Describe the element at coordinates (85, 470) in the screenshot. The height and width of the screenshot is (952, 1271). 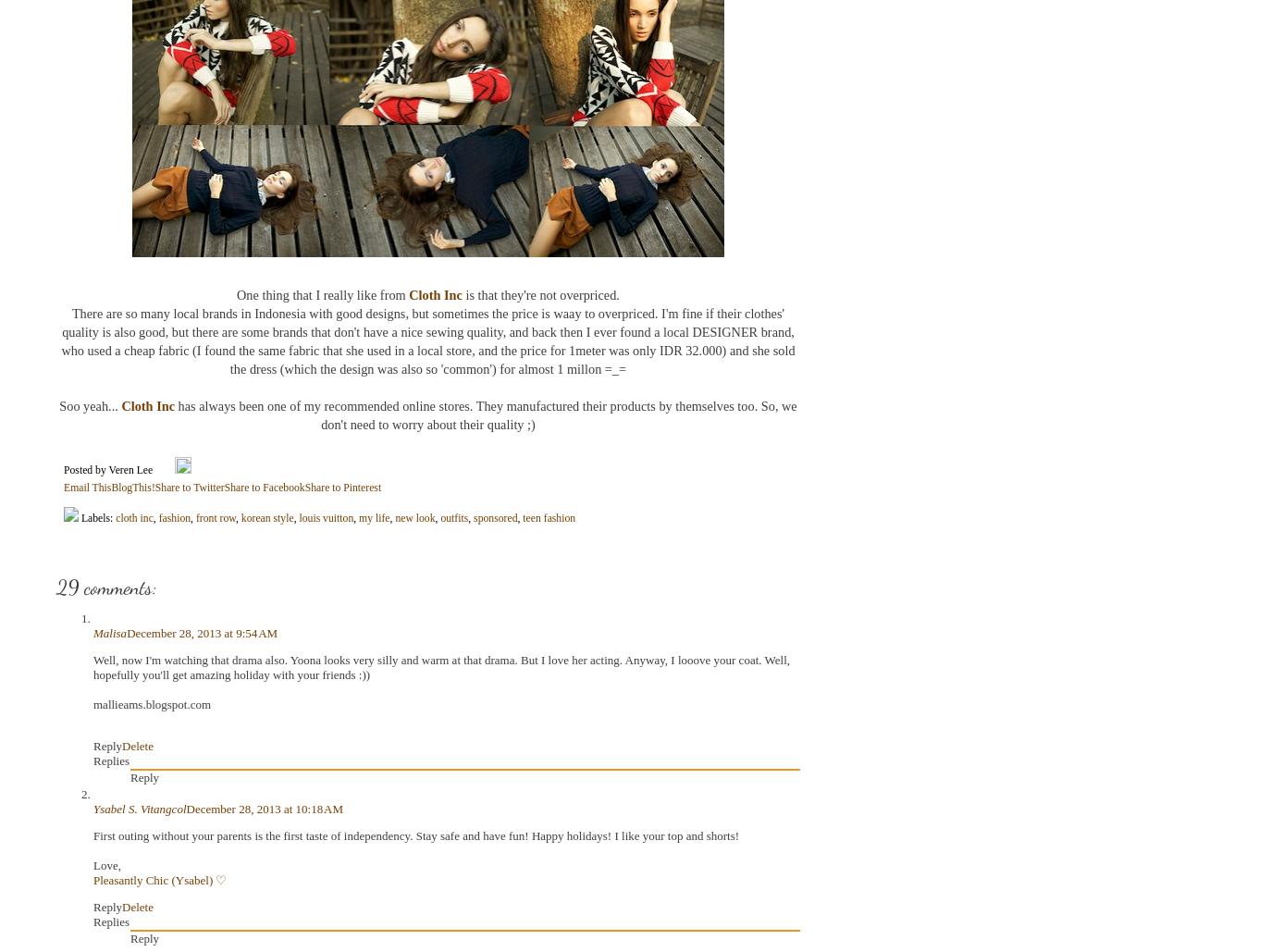
I see `'Posted by'` at that location.